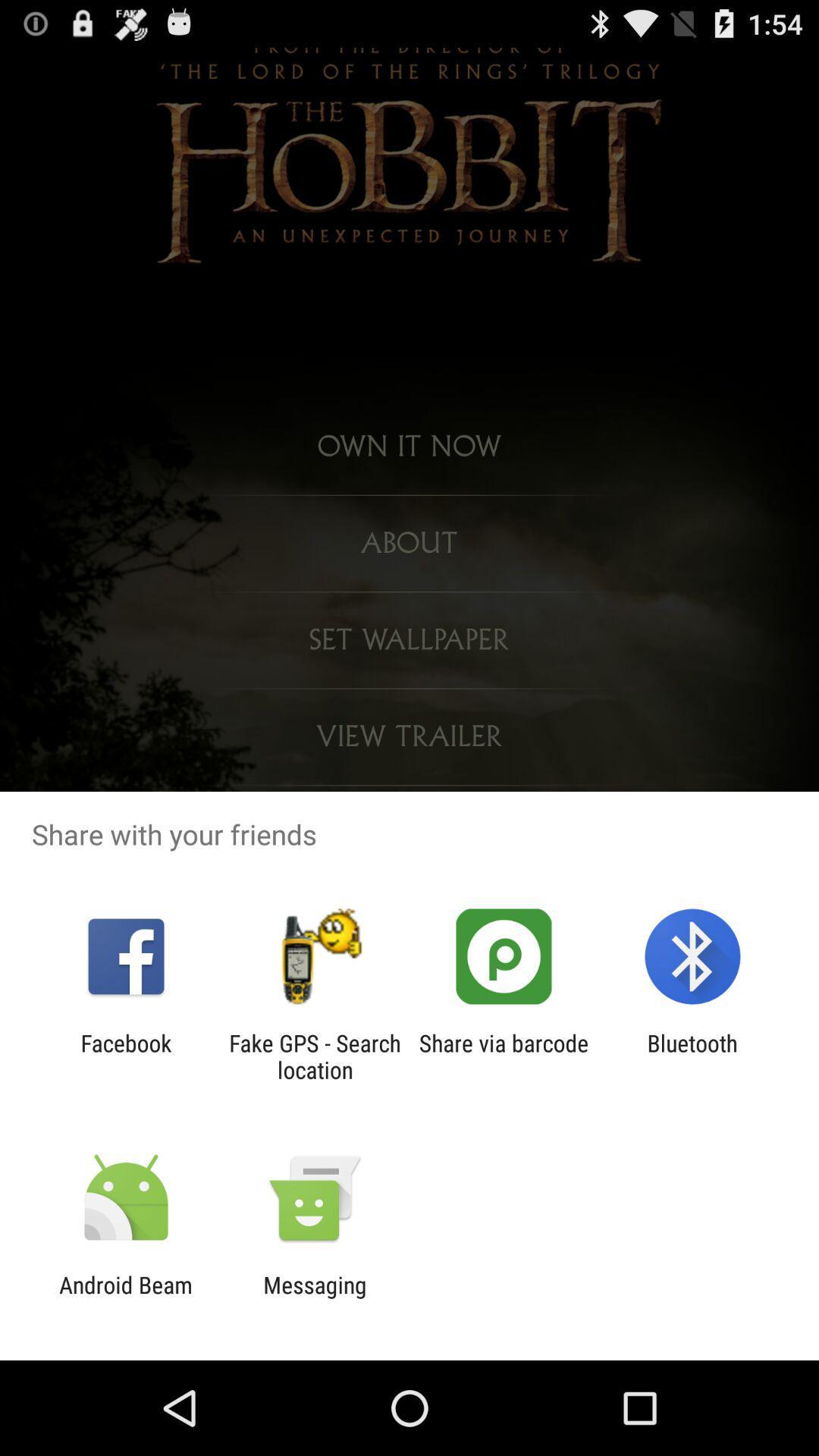 This screenshot has height=1456, width=819. I want to click on the share via barcode, so click(504, 1056).